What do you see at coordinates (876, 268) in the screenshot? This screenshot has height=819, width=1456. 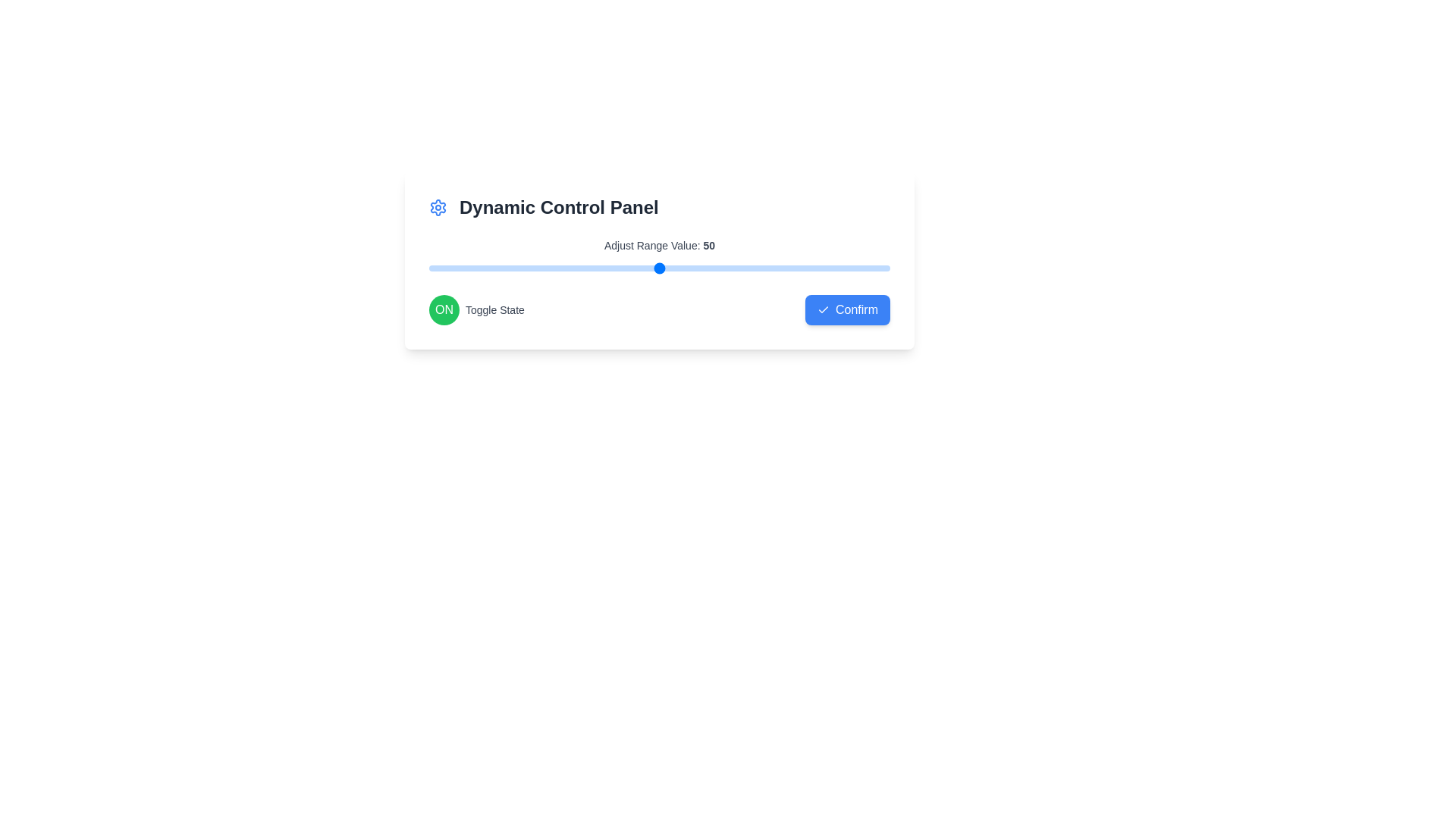 I see `the slider value` at bounding box center [876, 268].